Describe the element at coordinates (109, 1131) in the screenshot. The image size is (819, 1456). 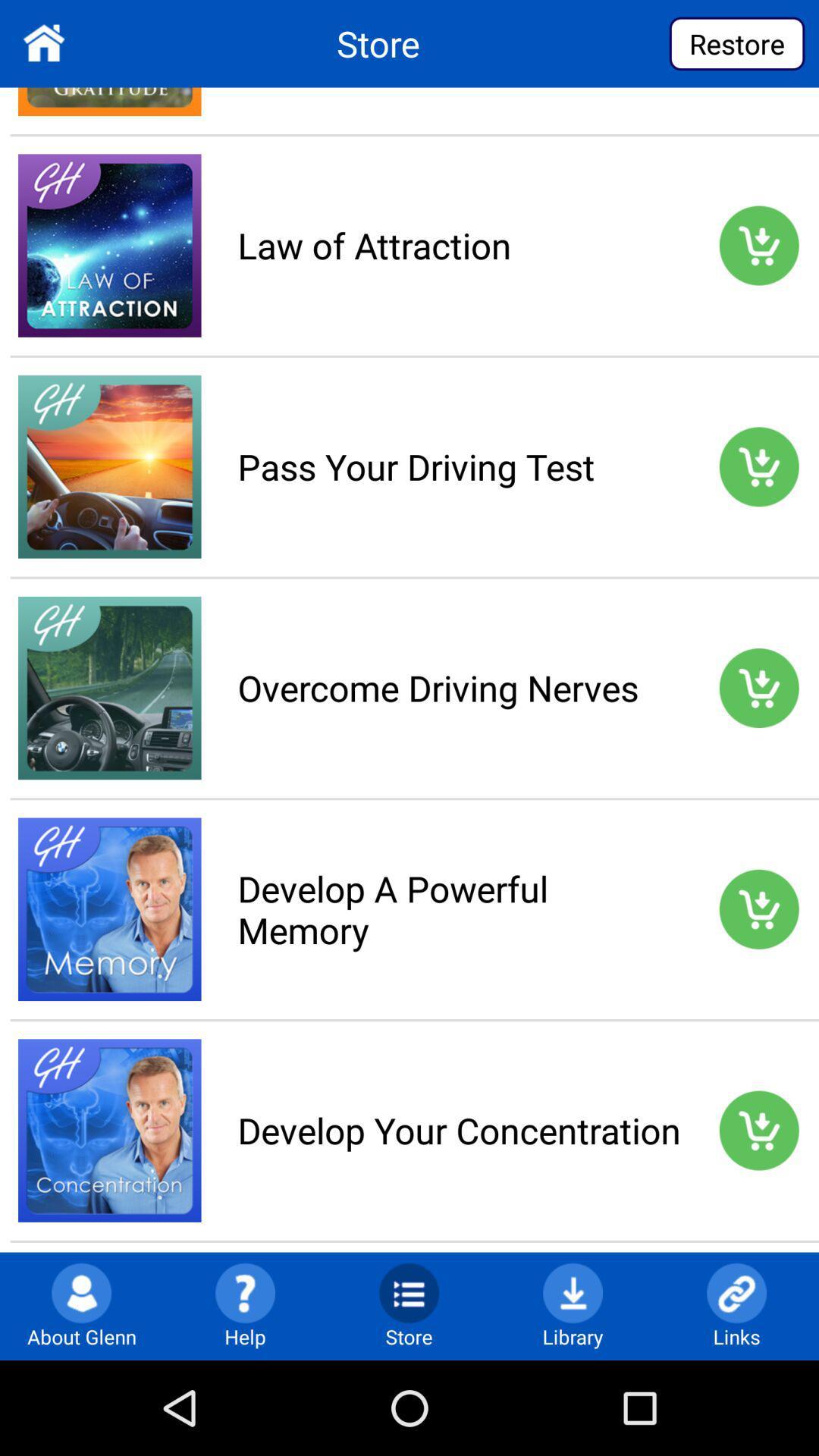
I see `the image beside develop your concentration on the page` at that location.